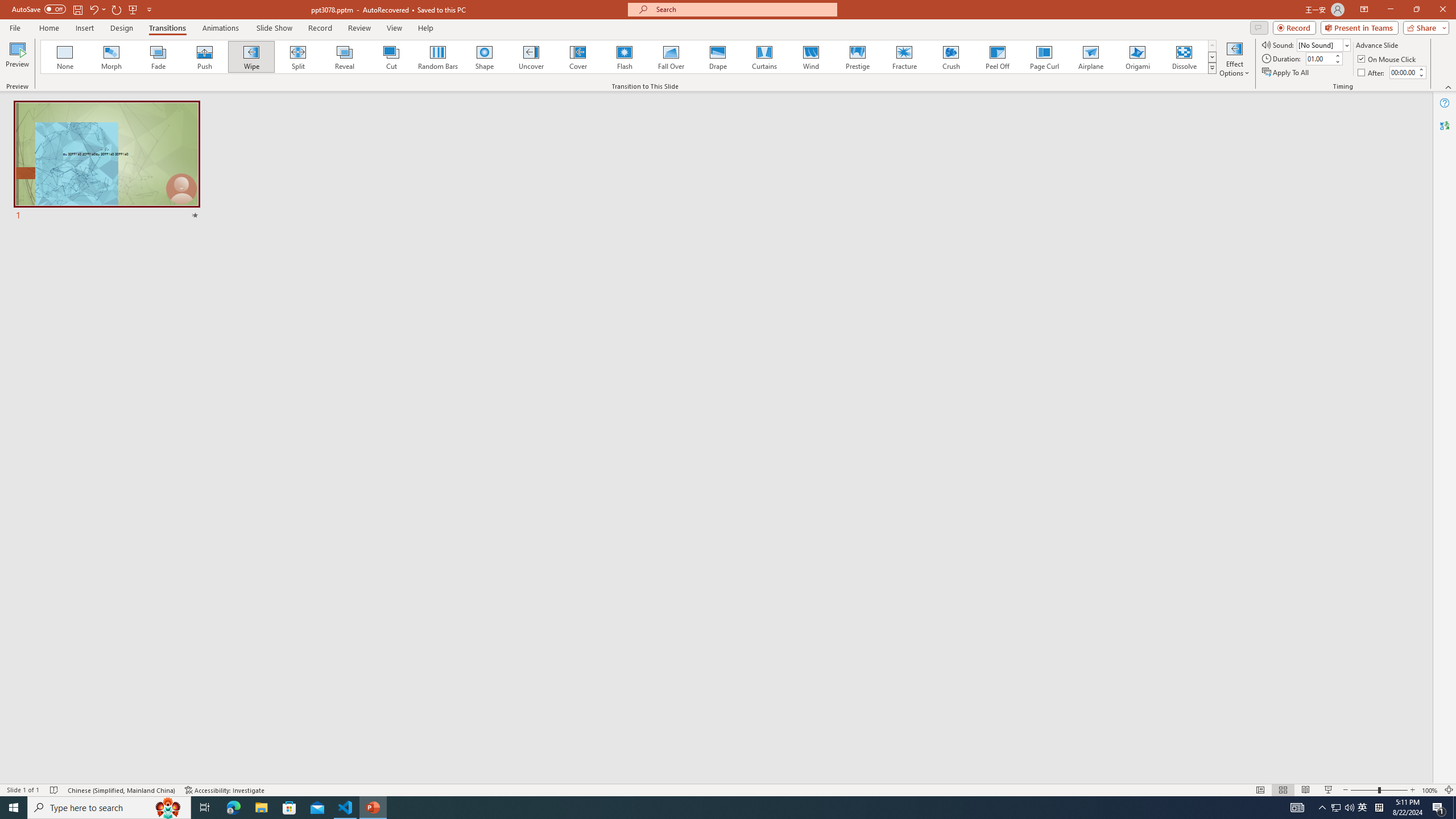 The width and height of the screenshot is (1456, 819). Describe the element at coordinates (1090, 56) in the screenshot. I see `'Airplane'` at that location.